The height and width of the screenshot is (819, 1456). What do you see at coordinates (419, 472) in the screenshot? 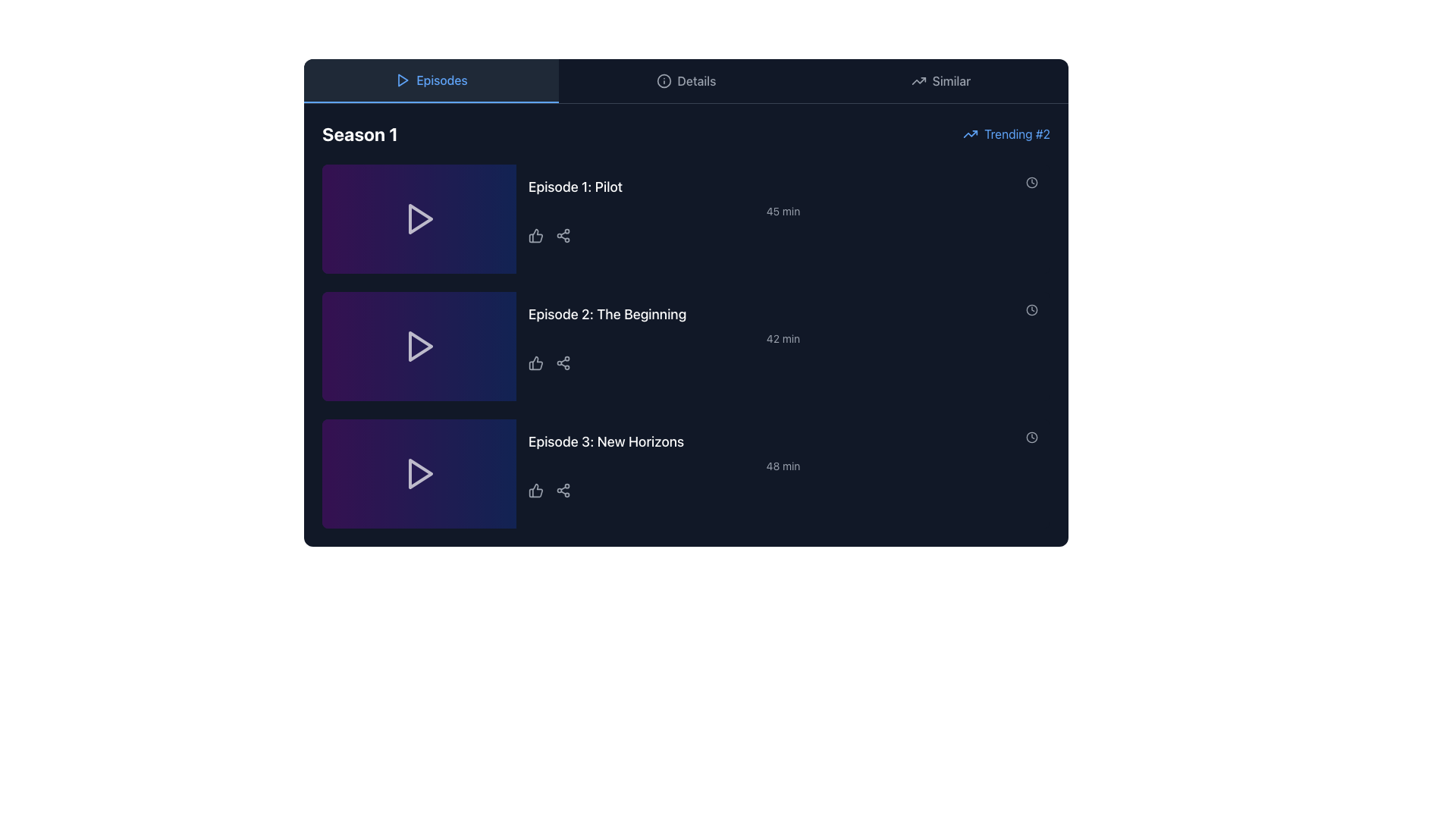
I see `the play button for 'Episode 3: New Horizons' to change its opacity` at bounding box center [419, 472].